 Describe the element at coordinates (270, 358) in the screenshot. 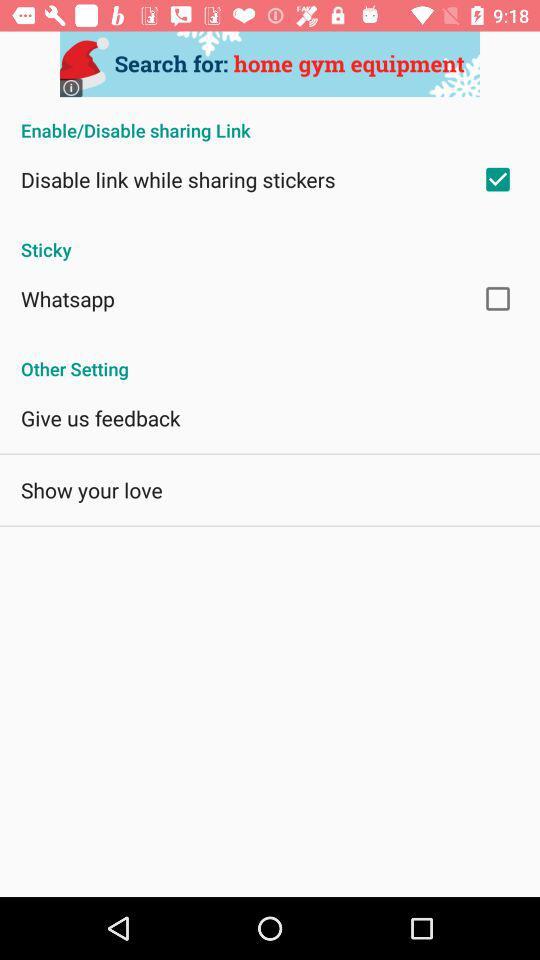

I see `other setting item` at that location.